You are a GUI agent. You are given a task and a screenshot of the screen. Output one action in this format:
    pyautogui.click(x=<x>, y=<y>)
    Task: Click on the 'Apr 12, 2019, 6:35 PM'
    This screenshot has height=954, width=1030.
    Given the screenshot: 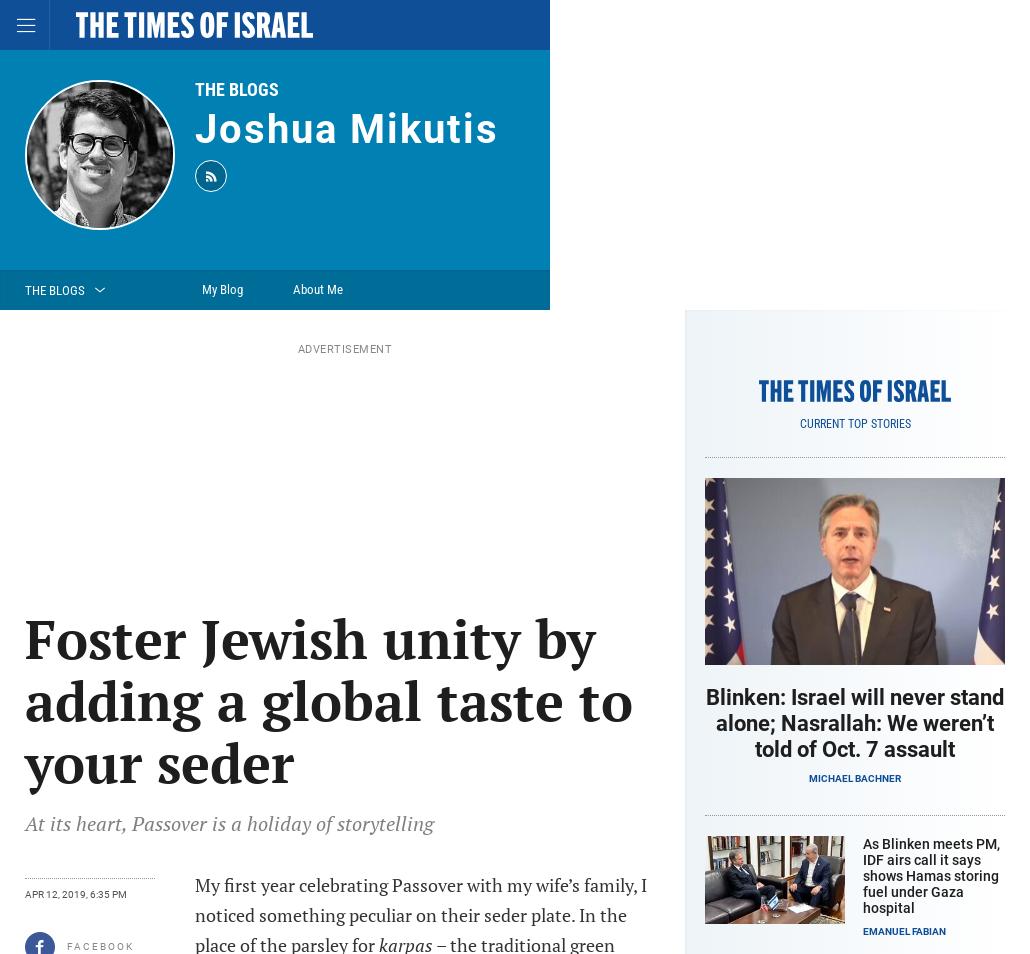 What is the action you would take?
    pyautogui.click(x=76, y=894)
    